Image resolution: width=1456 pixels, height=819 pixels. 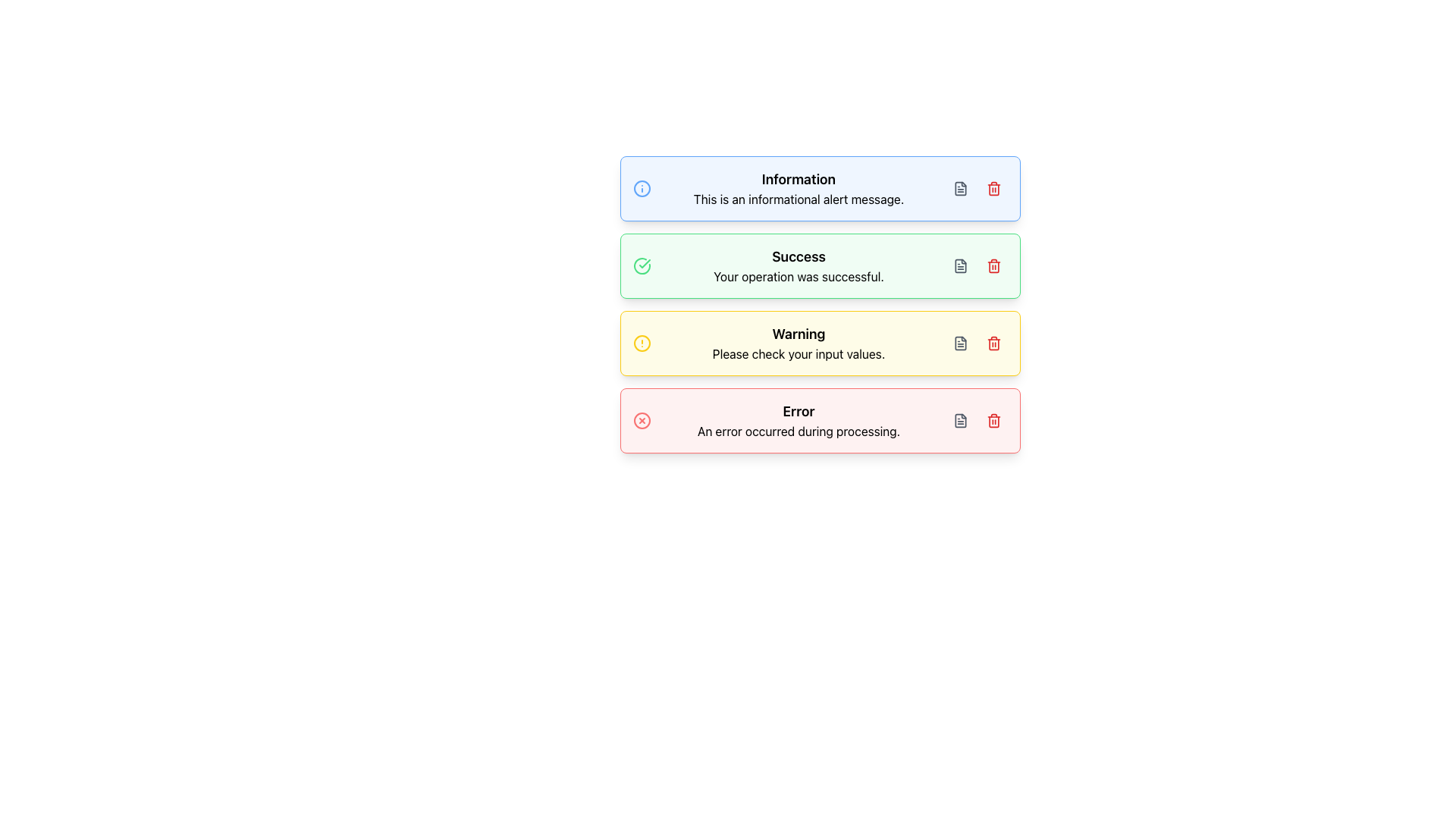 What do you see at coordinates (993, 421) in the screenshot?
I see `the red outlined trash icon button located on the right side of the error message row` at bounding box center [993, 421].